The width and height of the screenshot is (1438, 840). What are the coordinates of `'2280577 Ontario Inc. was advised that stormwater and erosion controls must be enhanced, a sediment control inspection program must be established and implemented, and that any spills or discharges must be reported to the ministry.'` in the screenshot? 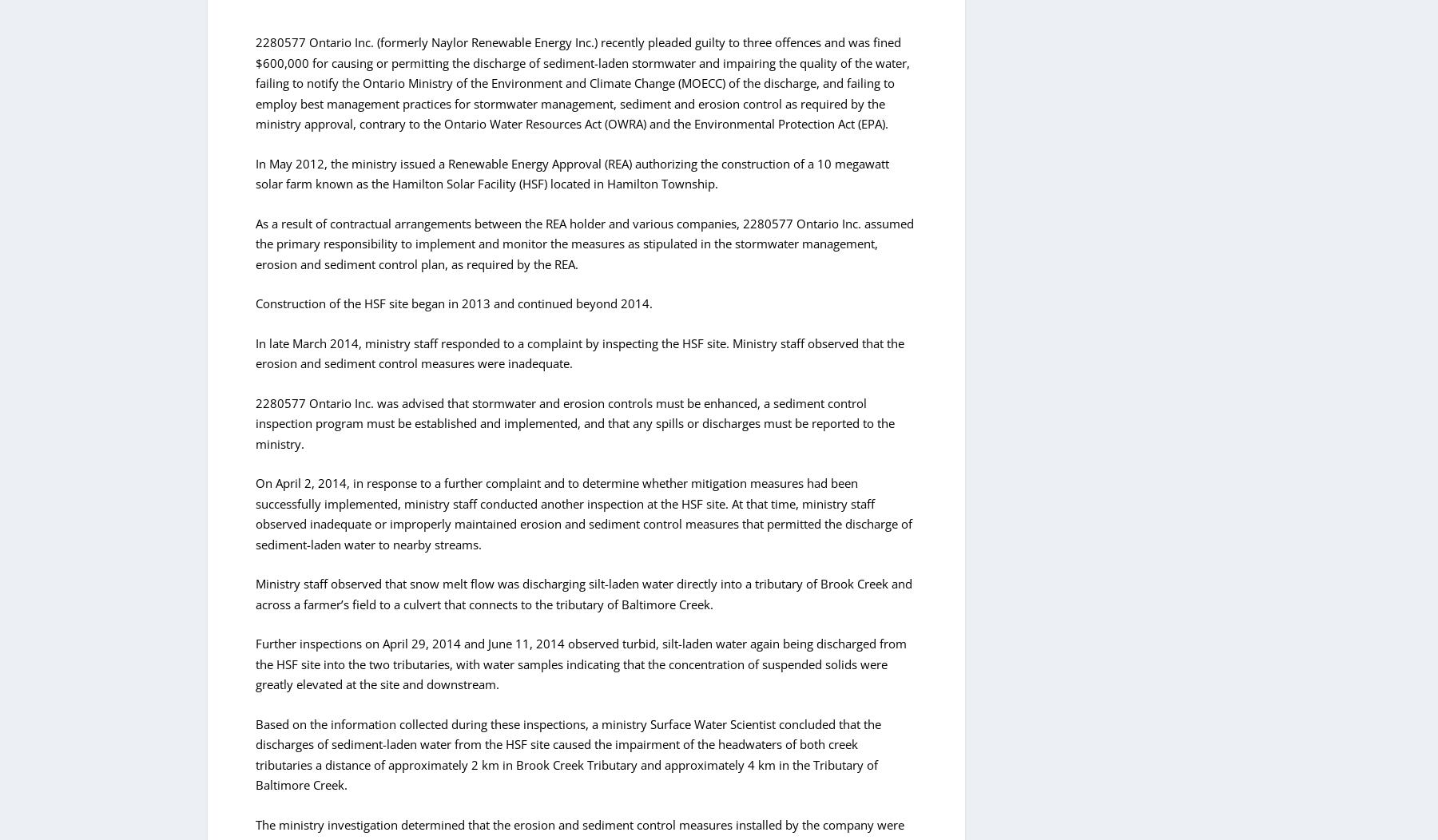 It's located at (574, 422).